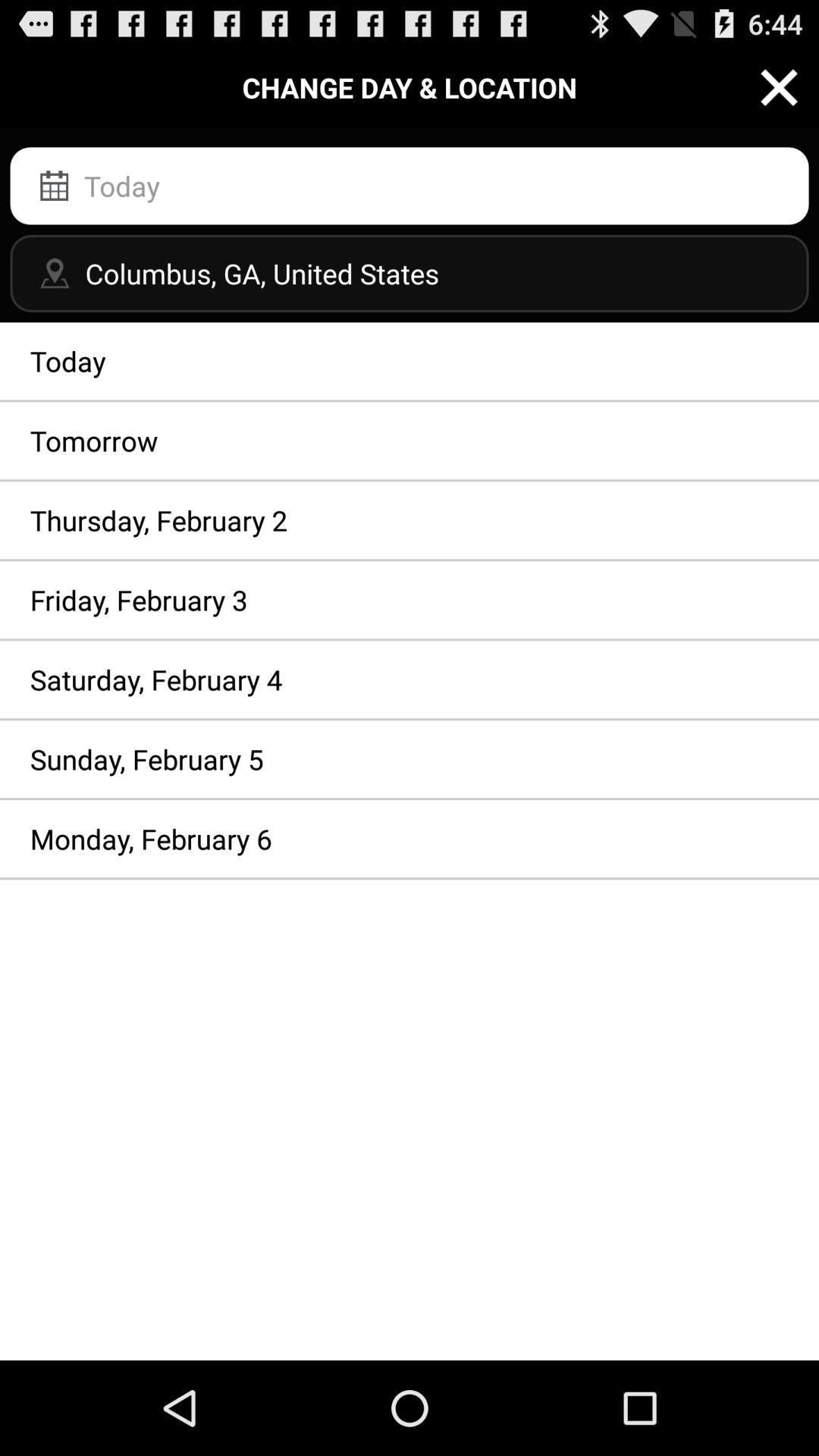 Image resolution: width=819 pixels, height=1456 pixels. Describe the element at coordinates (409, 273) in the screenshot. I see `columbus ga united item` at that location.